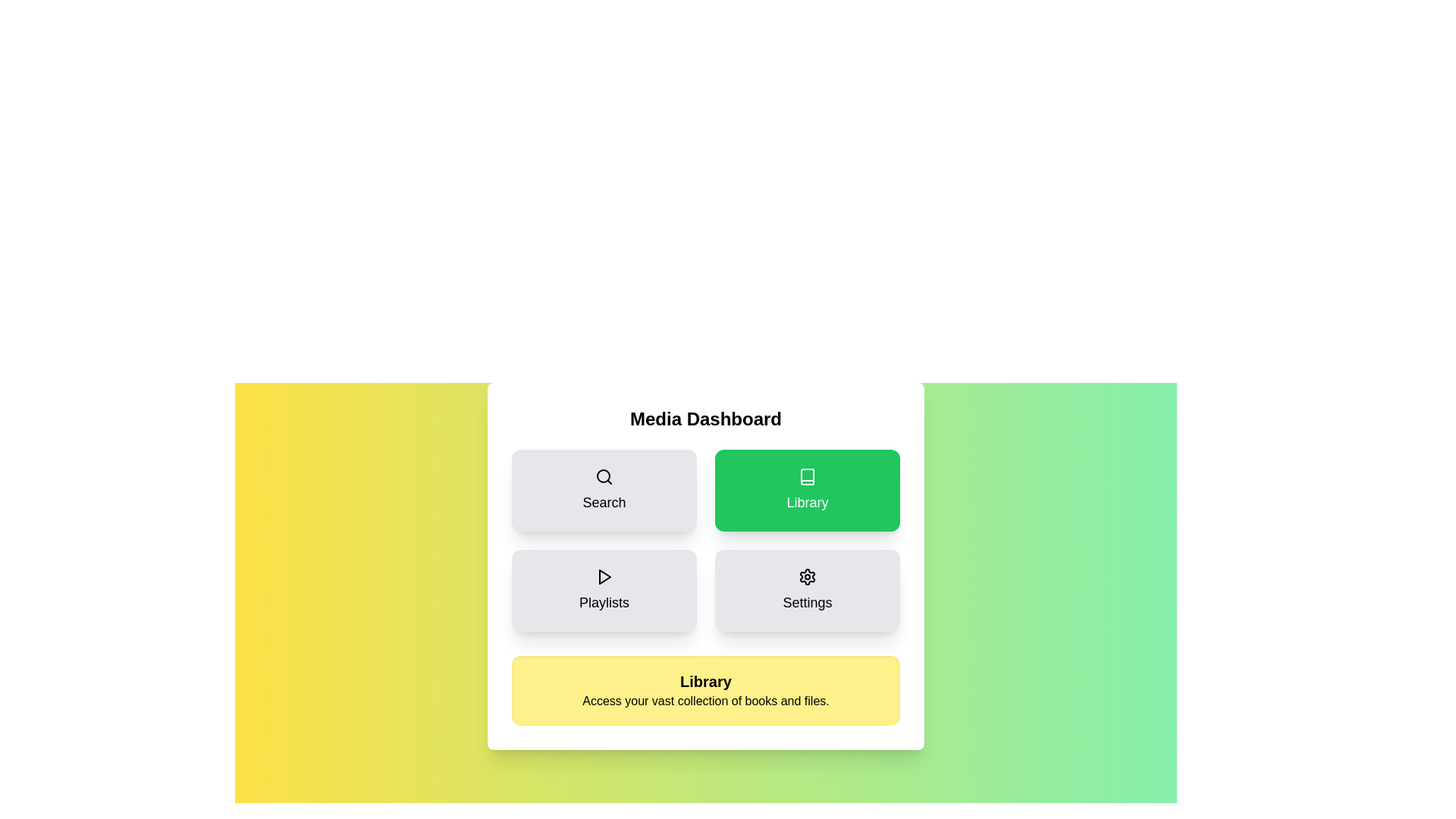  I want to click on the Search button to observe the hover effect, so click(603, 491).